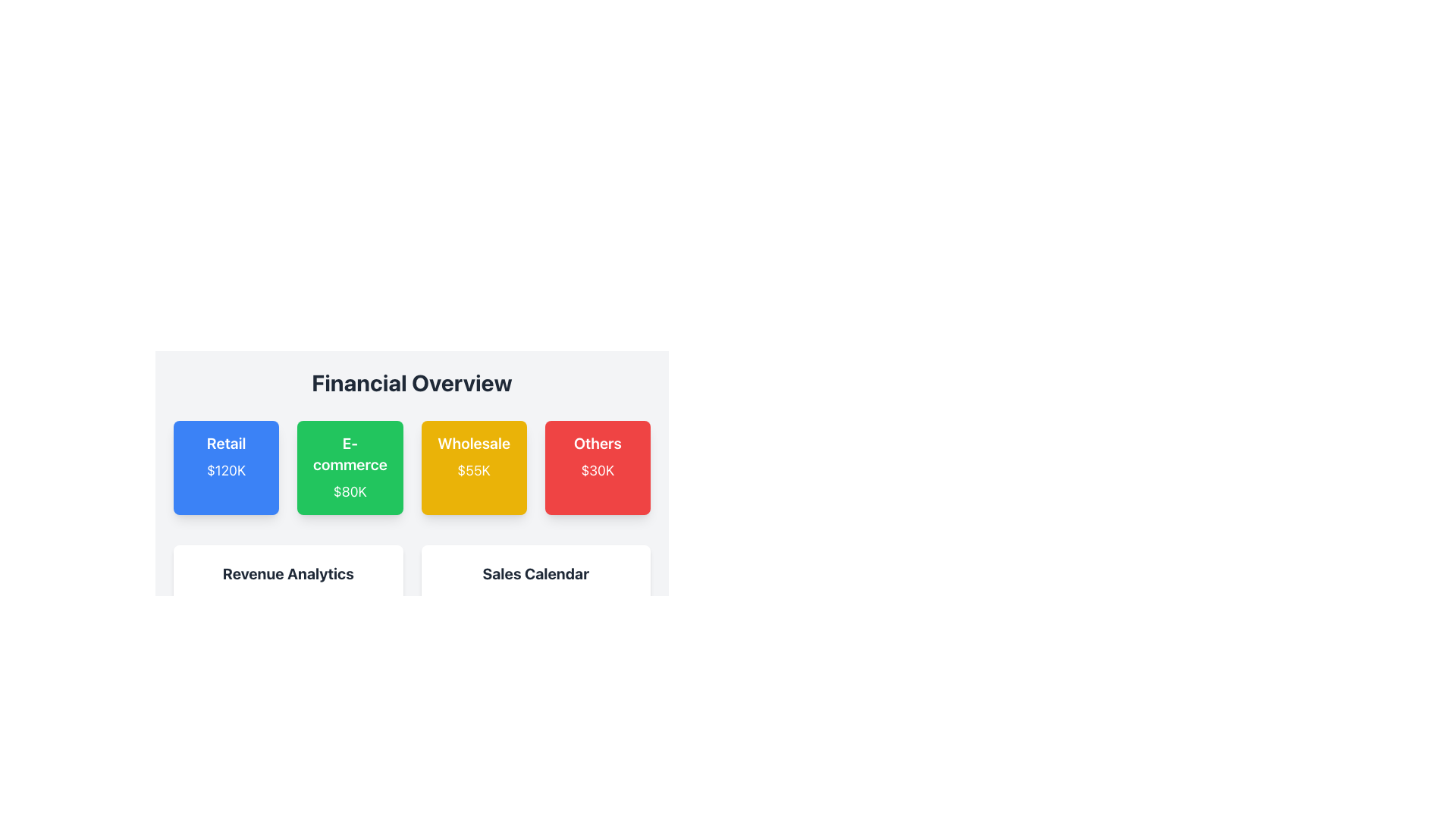  What do you see at coordinates (225, 470) in the screenshot?
I see `the Text label indicating the financial value of $120,000 in the 'Retail' category, located in the bottom part of the blue rectangular section labeled 'Retail'` at bounding box center [225, 470].